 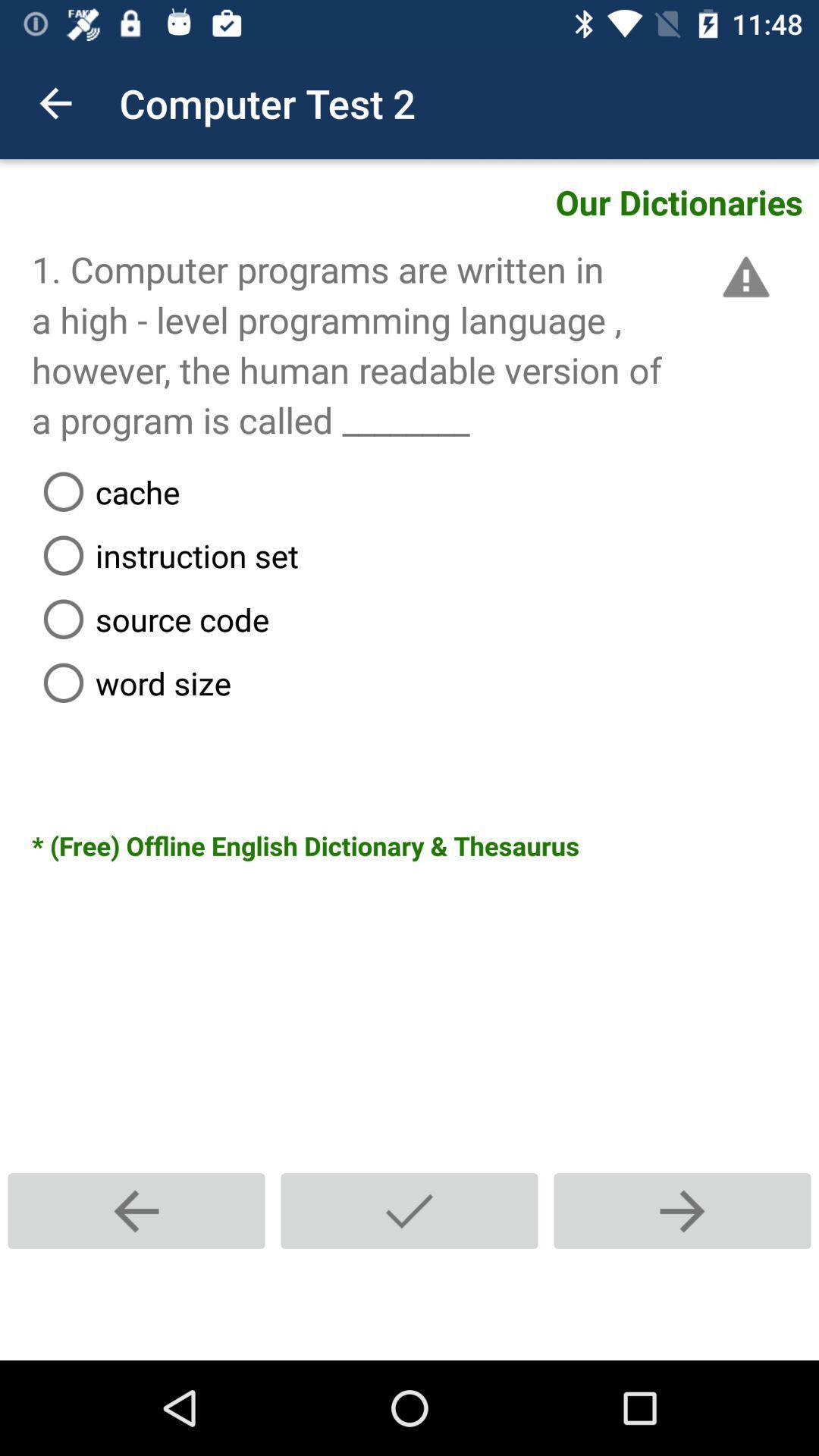 I want to click on cache, so click(x=425, y=491).